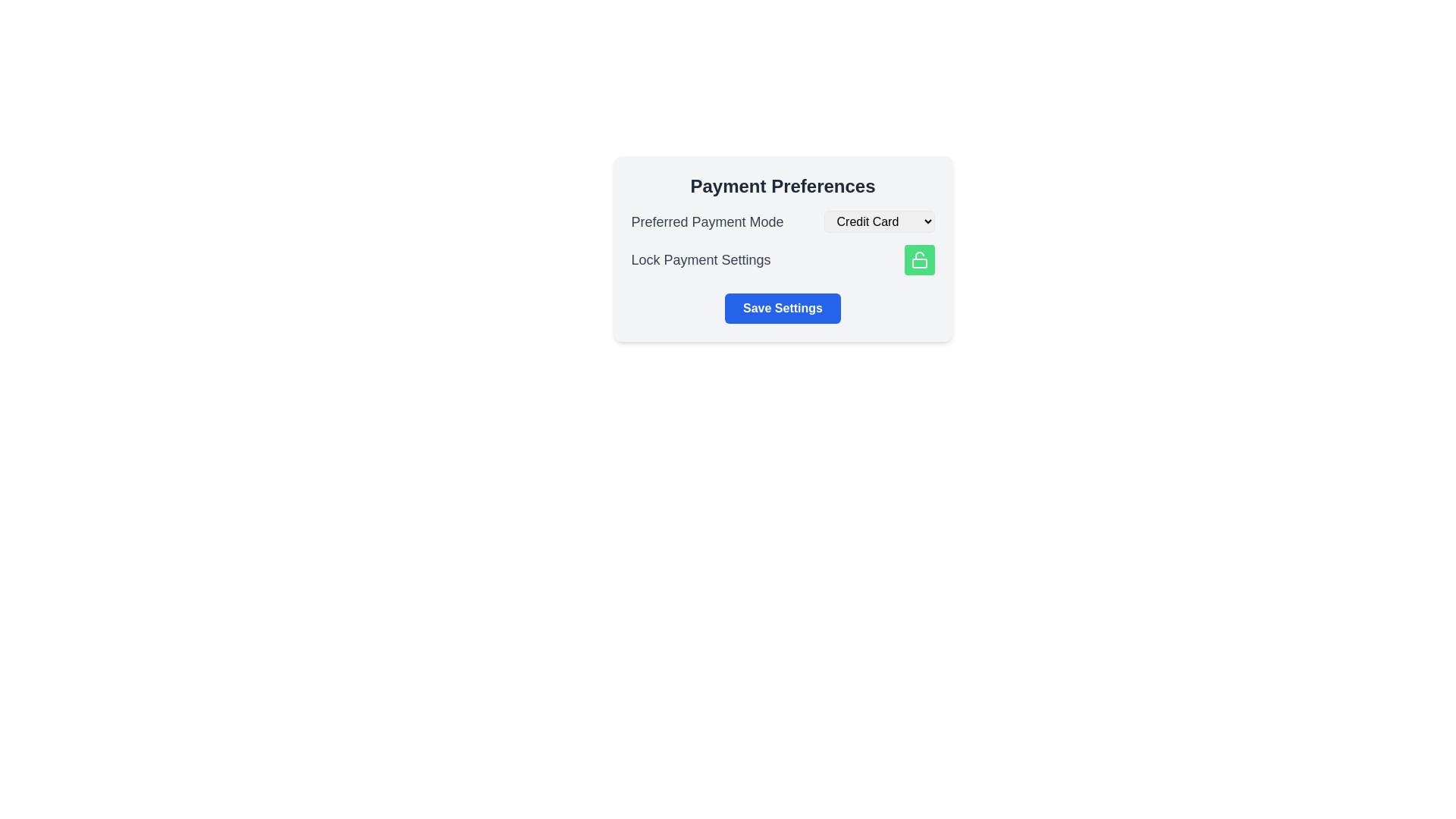 The image size is (1456, 819). I want to click on the green circular button with a white open lock icon in the 'Lock Payment Settings' section, so click(918, 259).